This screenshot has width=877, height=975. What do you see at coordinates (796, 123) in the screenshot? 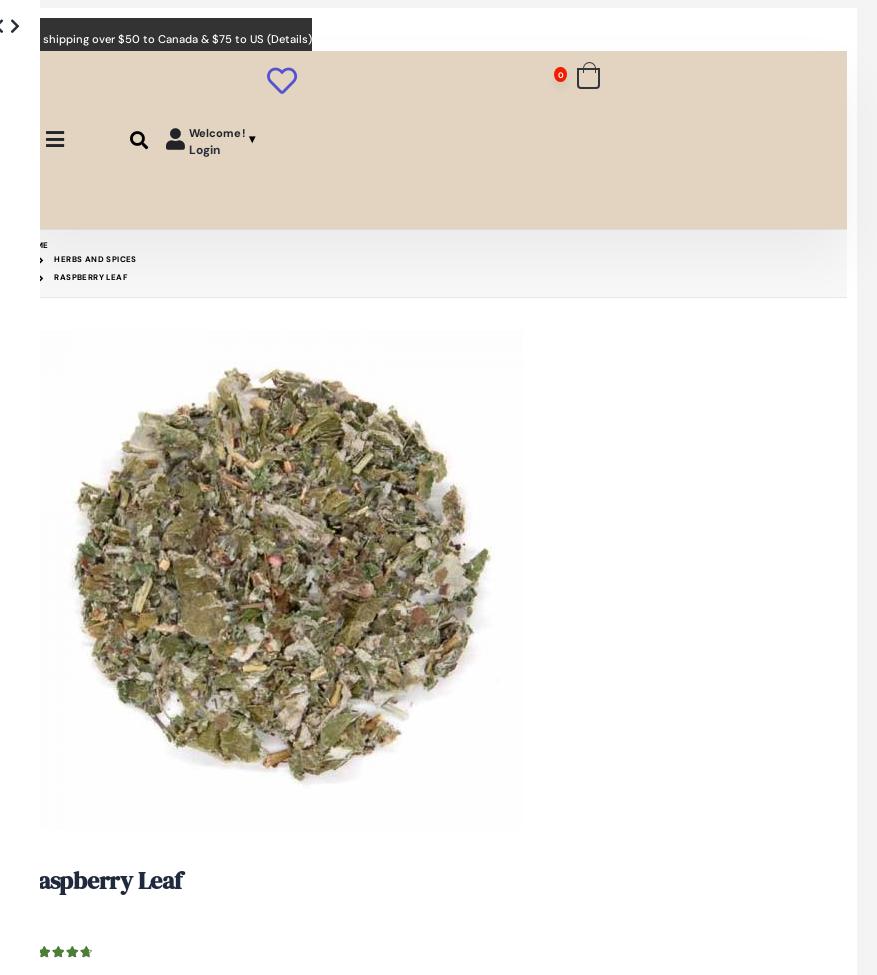
I see `'View Cart'` at bounding box center [796, 123].